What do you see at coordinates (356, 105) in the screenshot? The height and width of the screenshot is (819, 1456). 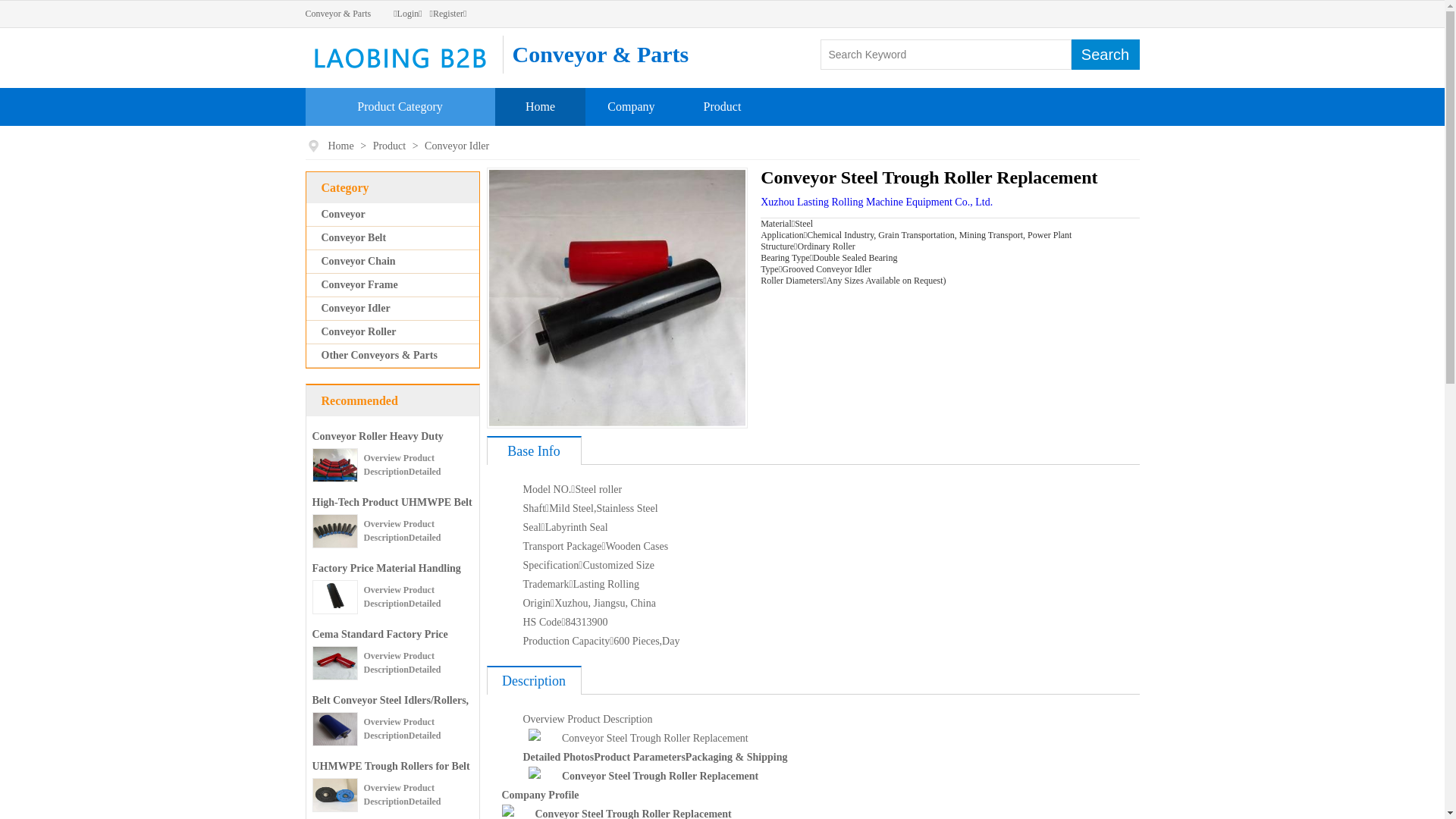 I see `'Product Category'` at bounding box center [356, 105].